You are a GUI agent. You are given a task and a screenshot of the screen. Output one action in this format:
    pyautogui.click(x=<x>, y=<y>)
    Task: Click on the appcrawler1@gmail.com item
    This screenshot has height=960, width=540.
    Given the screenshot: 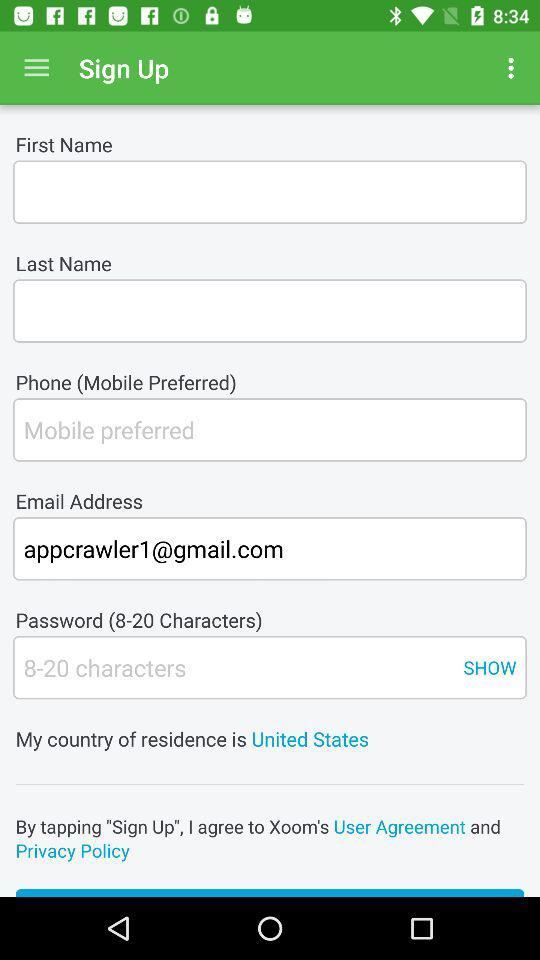 What is the action you would take?
    pyautogui.click(x=270, y=548)
    